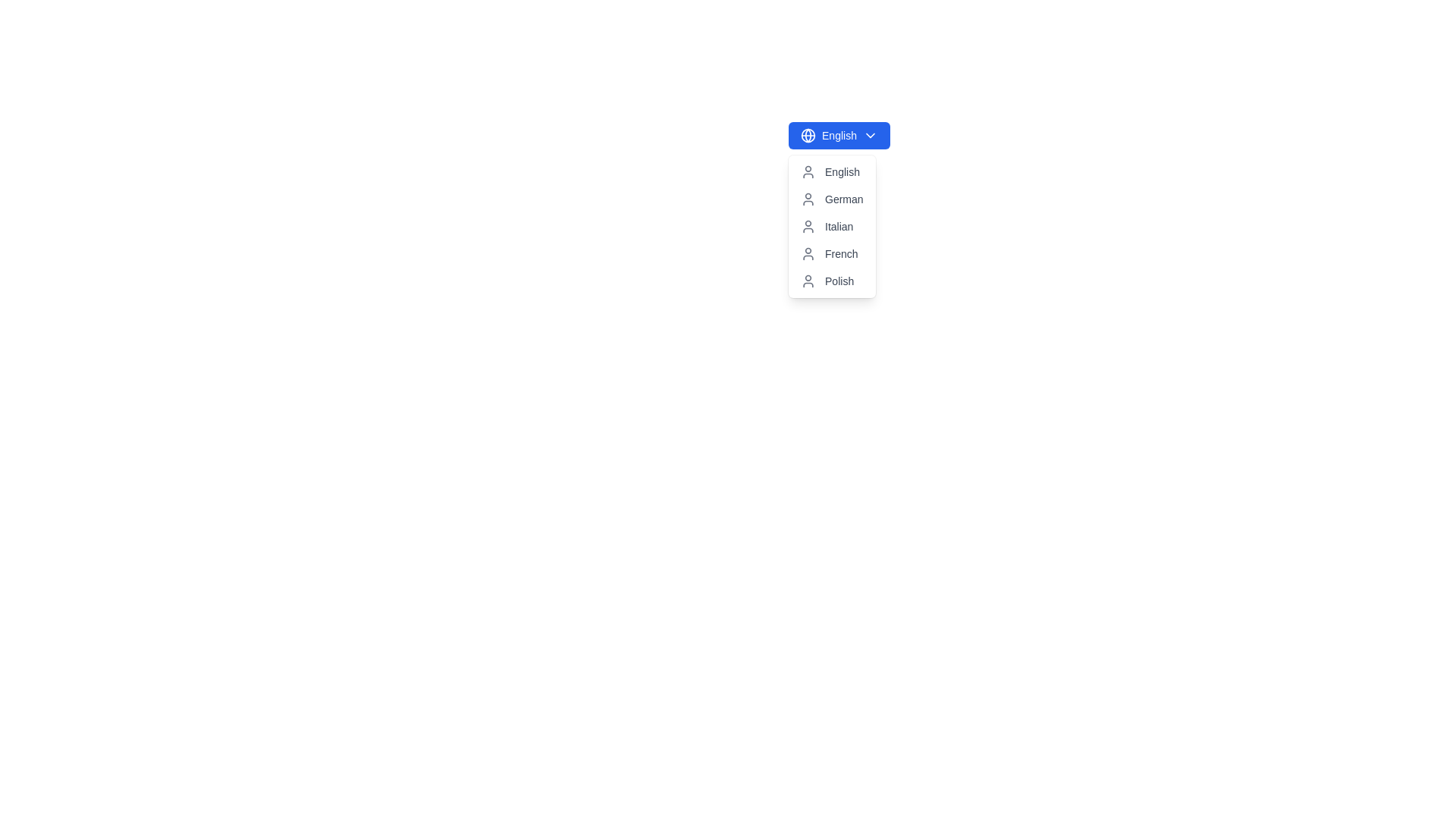 The height and width of the screenshot is (819, 1456). What do you see at coordinates (831, 281) in the screenshot?
I see `the list item labeled 'Polish' with a user avatar icon` at bounding box center [831, 281].